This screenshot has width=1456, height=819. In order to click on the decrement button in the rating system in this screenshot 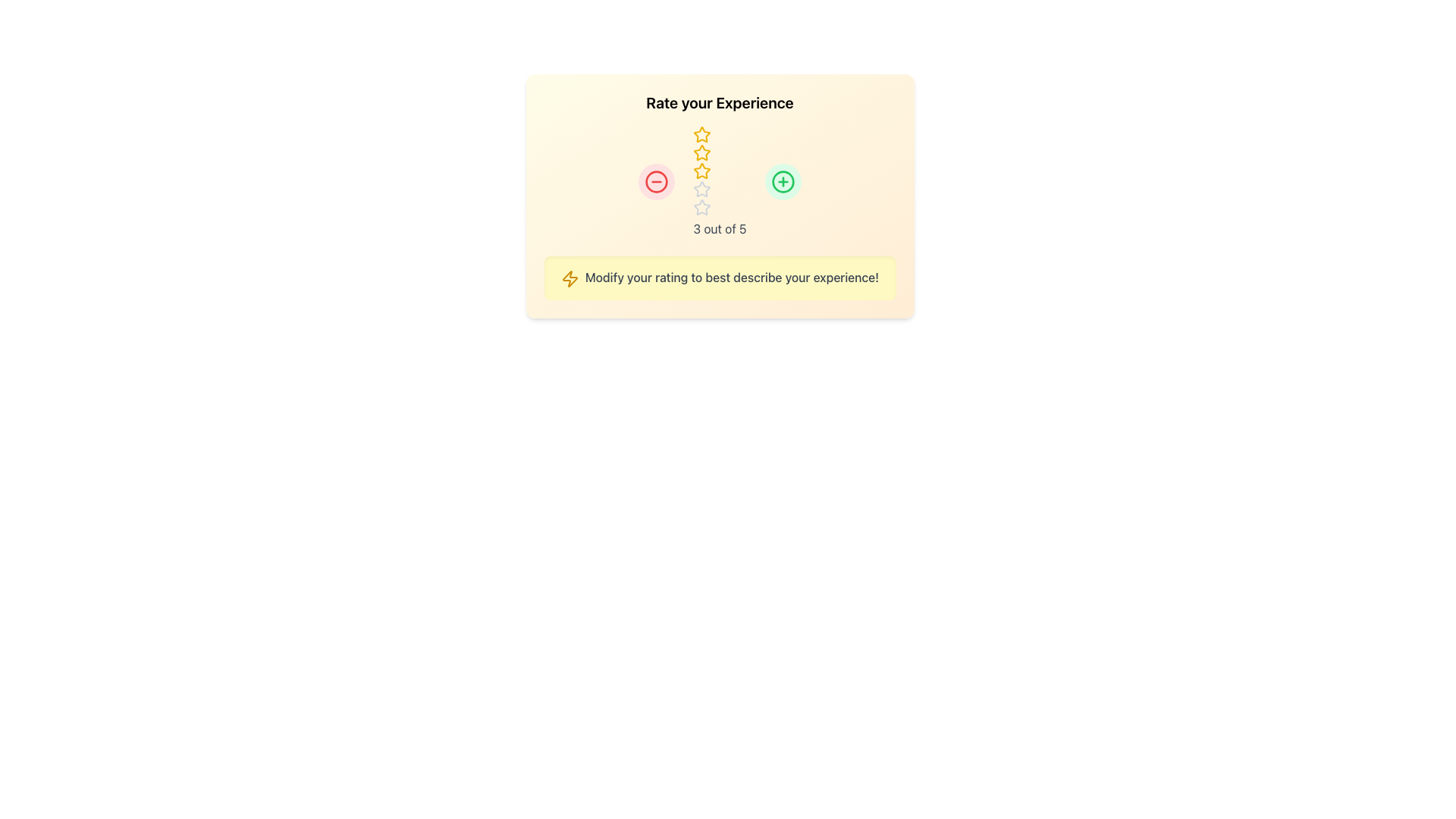, I will do `click(657, 180)`.